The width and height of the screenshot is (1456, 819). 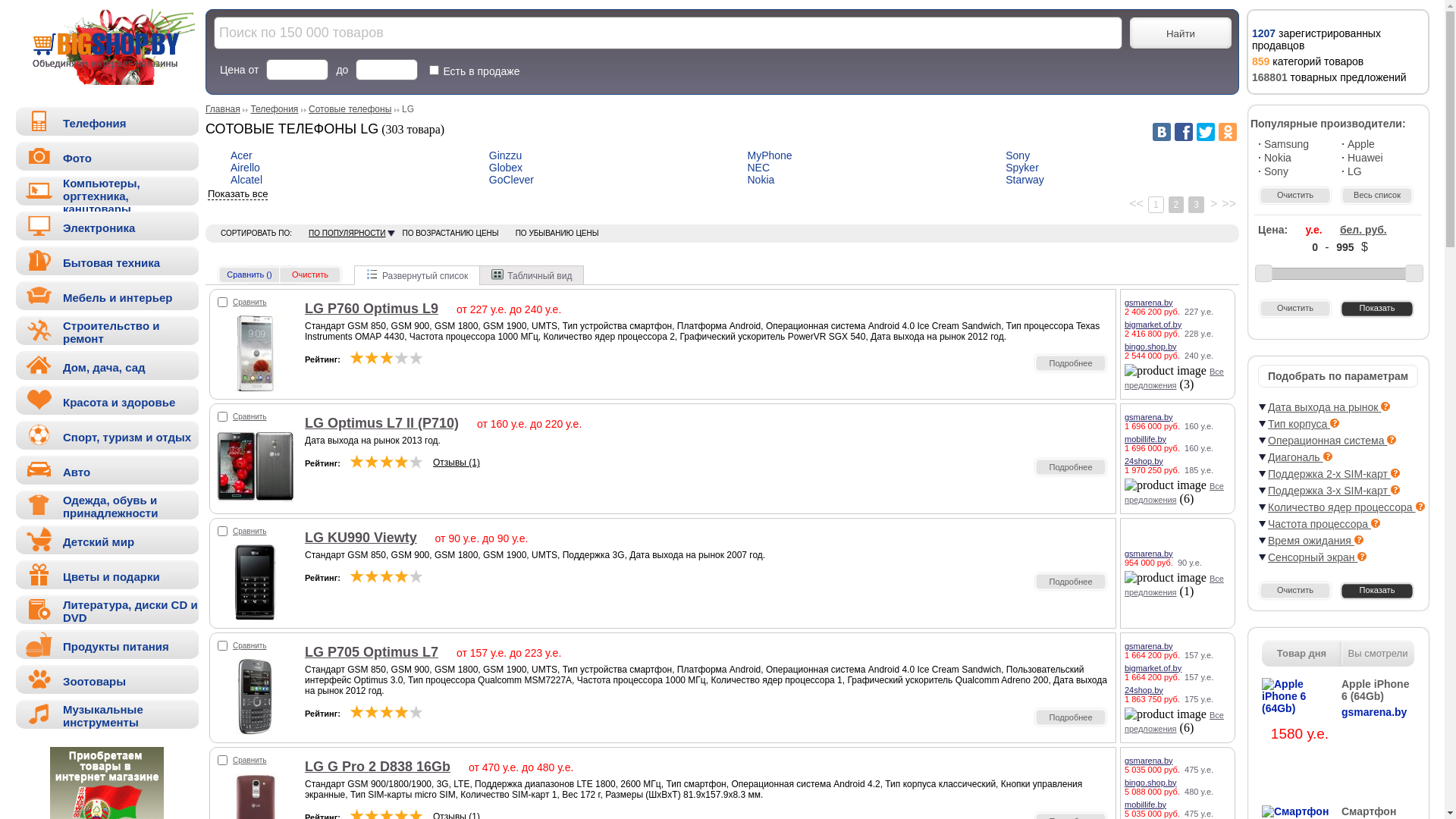 What do you see at coordinates (1175, 205) in the screenshot?
I see `'2'` at bounding box center [1175, 205].